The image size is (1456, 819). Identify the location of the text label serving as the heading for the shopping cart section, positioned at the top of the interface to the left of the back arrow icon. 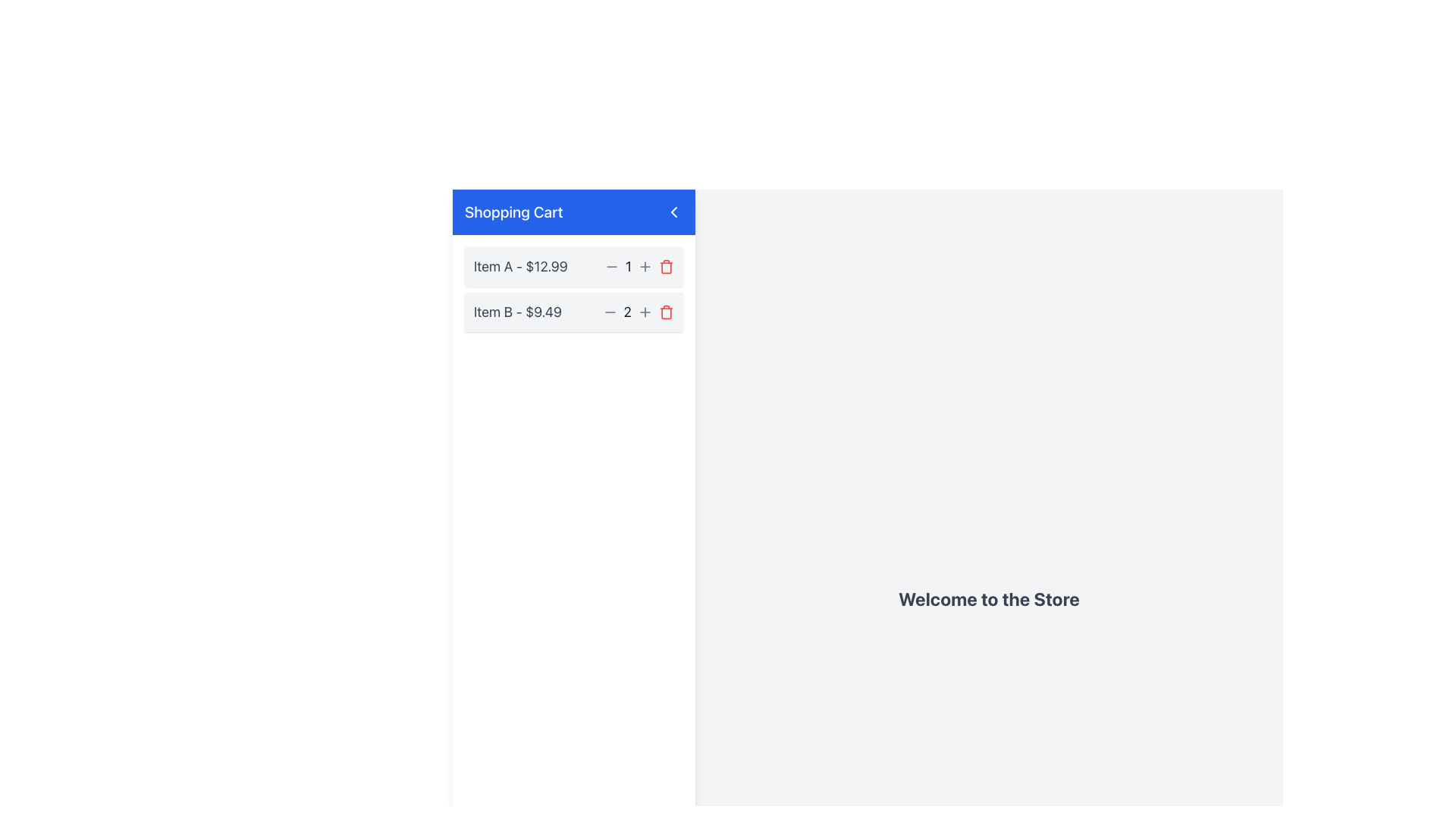
(513, 212).